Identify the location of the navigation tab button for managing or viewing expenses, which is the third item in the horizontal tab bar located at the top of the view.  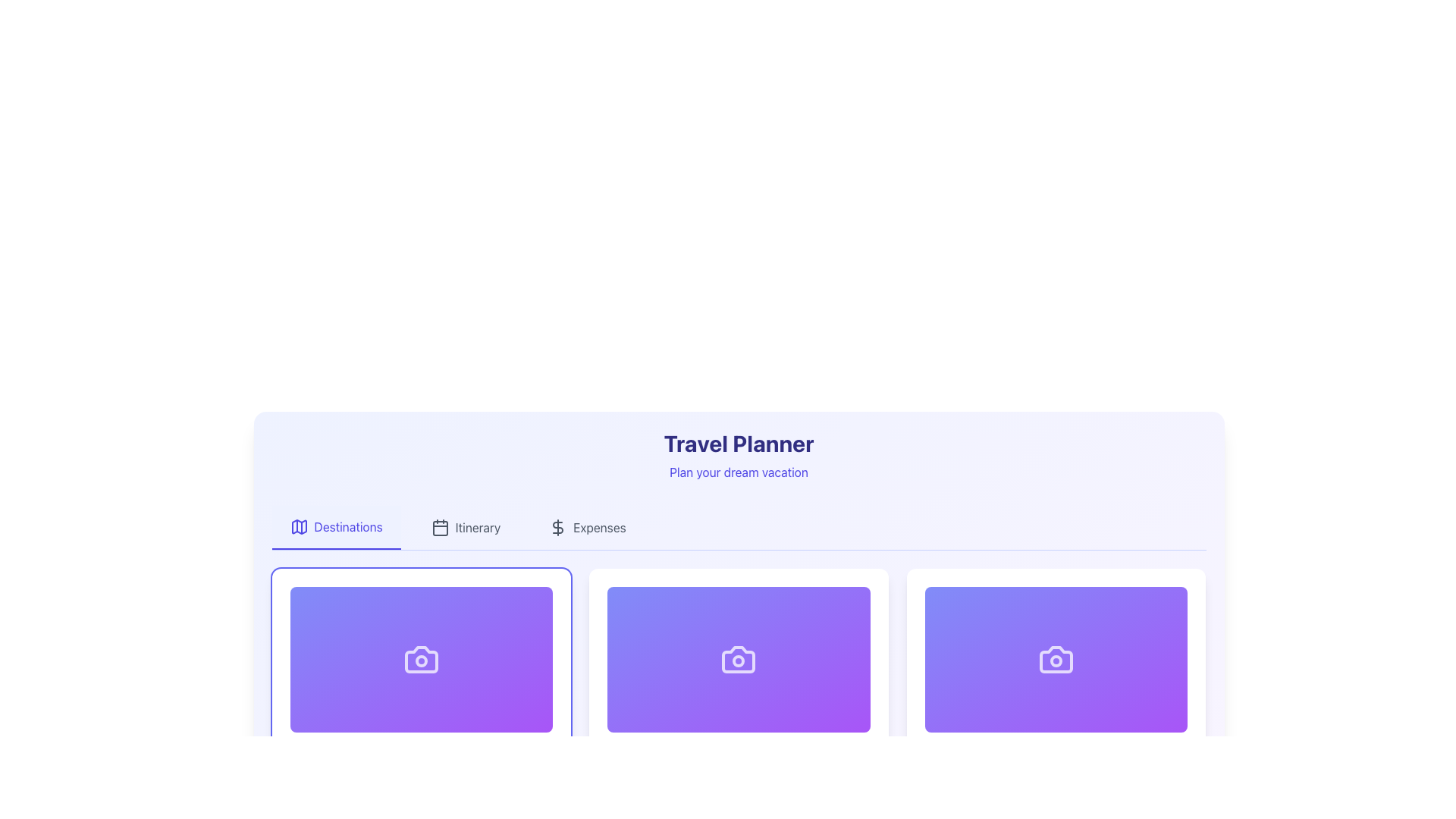
(586, 526).